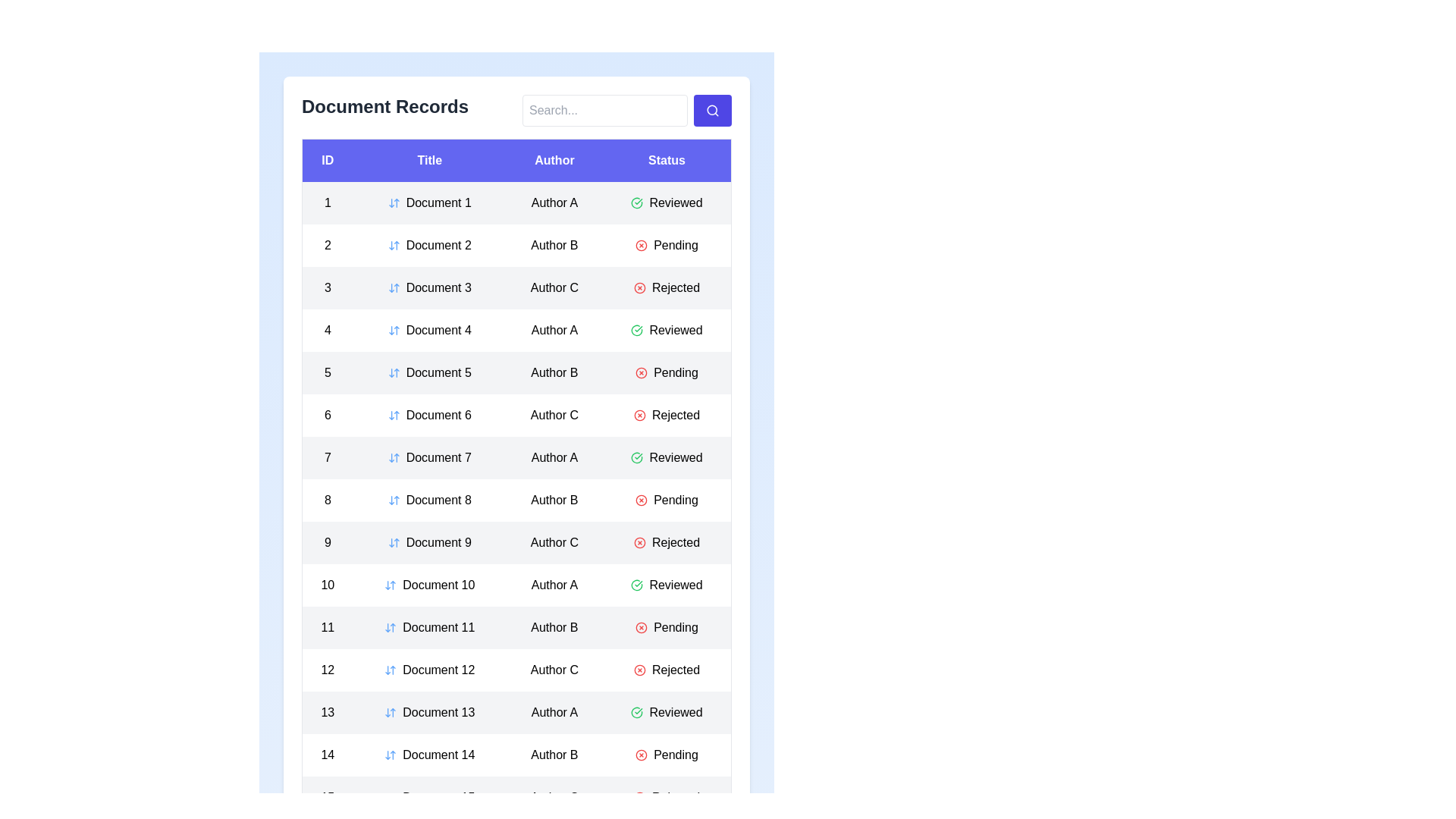 Image resolution: width=1456 pixels, height=819 pixels. What do you see at coordinates (712, 110) in the screenshot?
I see `the search button to initiate a search` at bounding box center [712, 110].